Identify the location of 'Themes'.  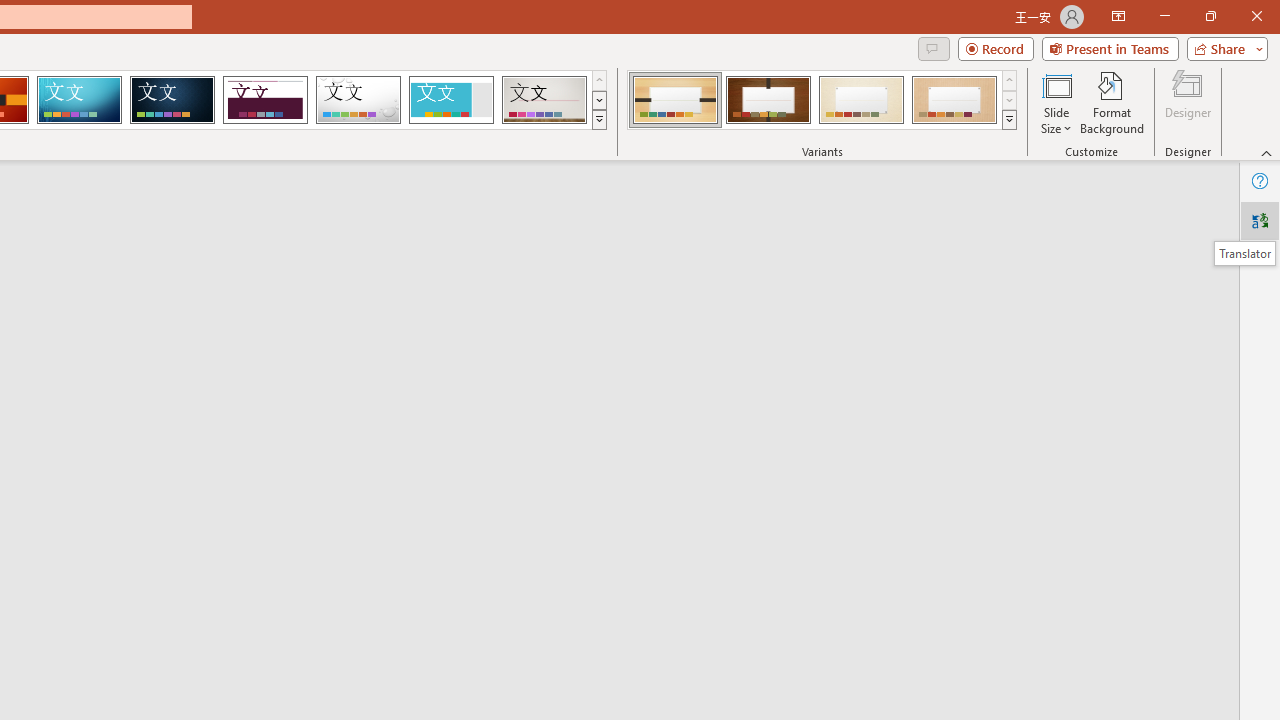
(598, 120).